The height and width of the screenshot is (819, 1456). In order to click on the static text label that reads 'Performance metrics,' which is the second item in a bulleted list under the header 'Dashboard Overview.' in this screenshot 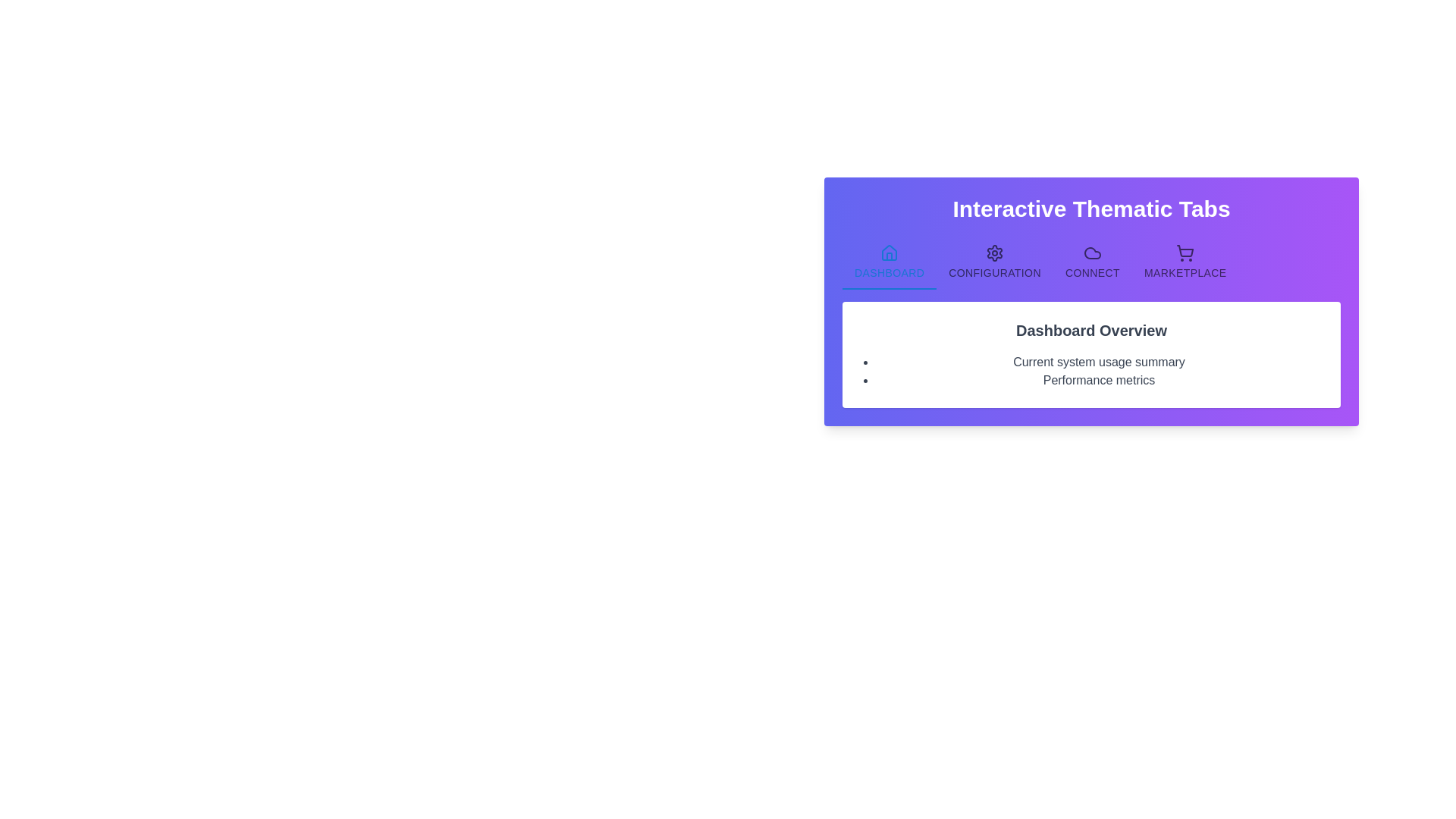, I will do `click(1099, 379)`.